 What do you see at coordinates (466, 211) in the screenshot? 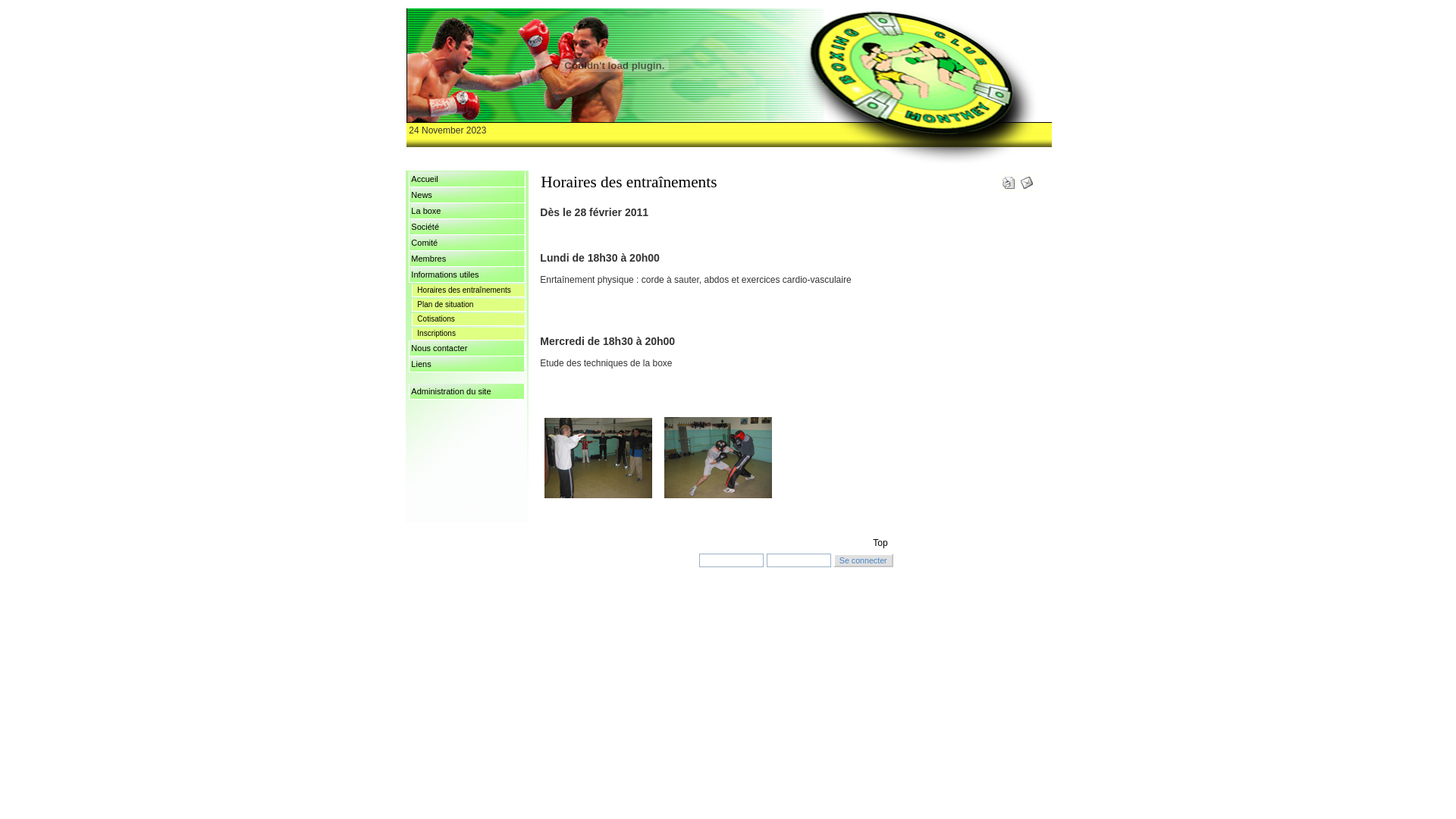
I see `'La boxe'` at bounding box center [466, 211].